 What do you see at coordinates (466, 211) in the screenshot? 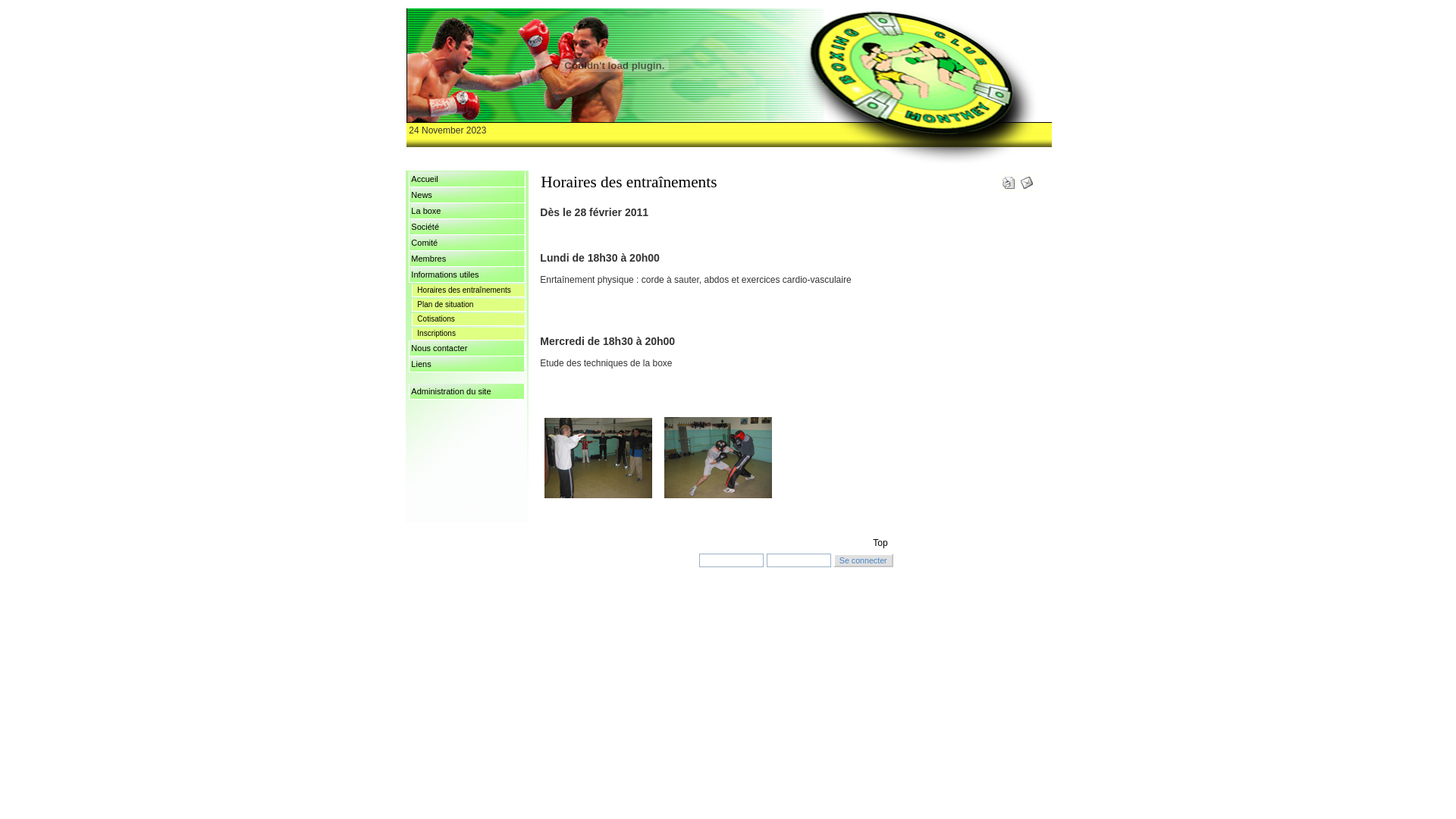
I see `'La boxe'` at bounding box center [466, 211].